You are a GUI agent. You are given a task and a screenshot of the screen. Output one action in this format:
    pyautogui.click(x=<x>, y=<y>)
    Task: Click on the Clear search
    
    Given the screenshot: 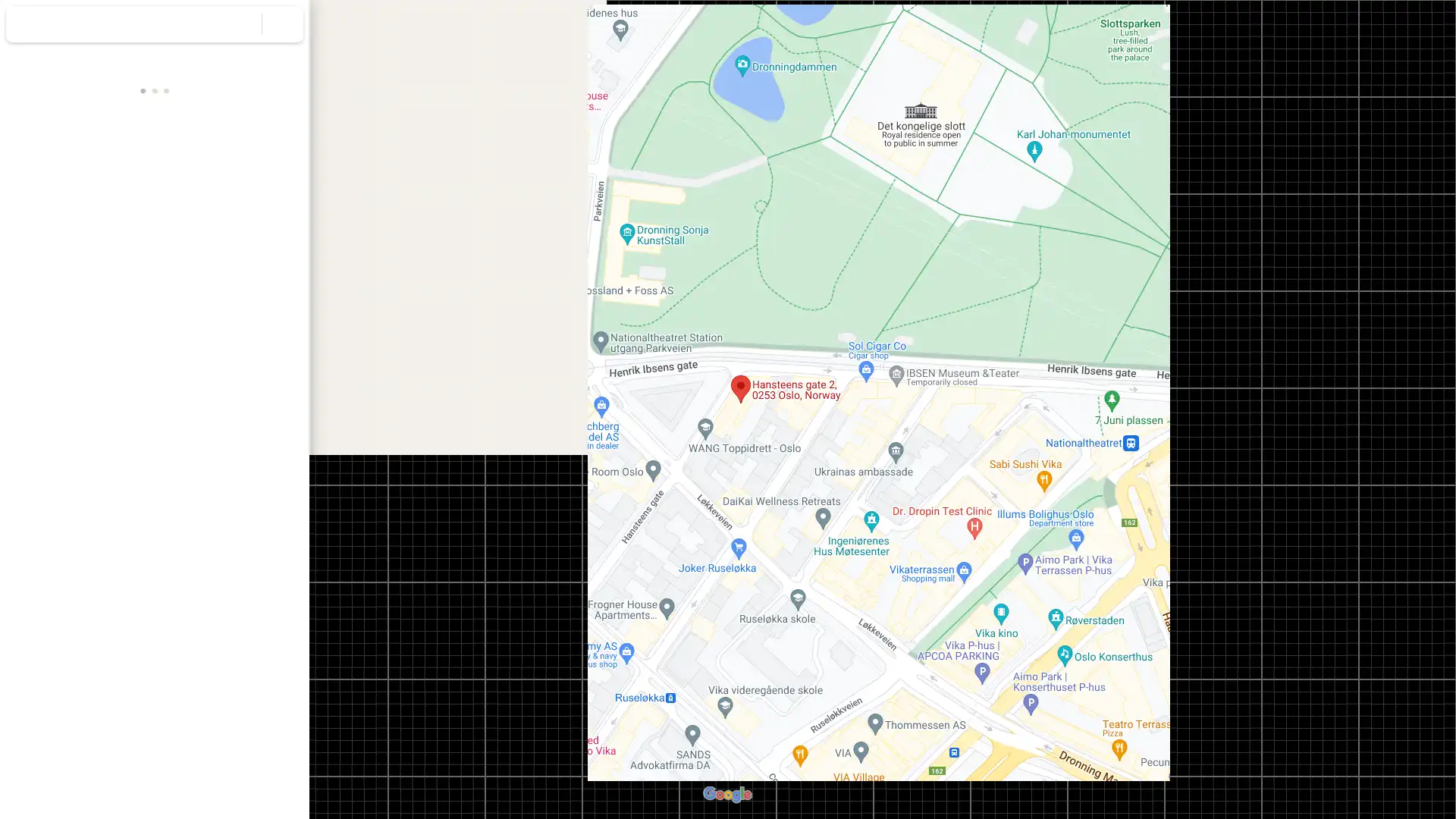 What is the action you would take?
    pyautogui.click(x=283, y=24)
    